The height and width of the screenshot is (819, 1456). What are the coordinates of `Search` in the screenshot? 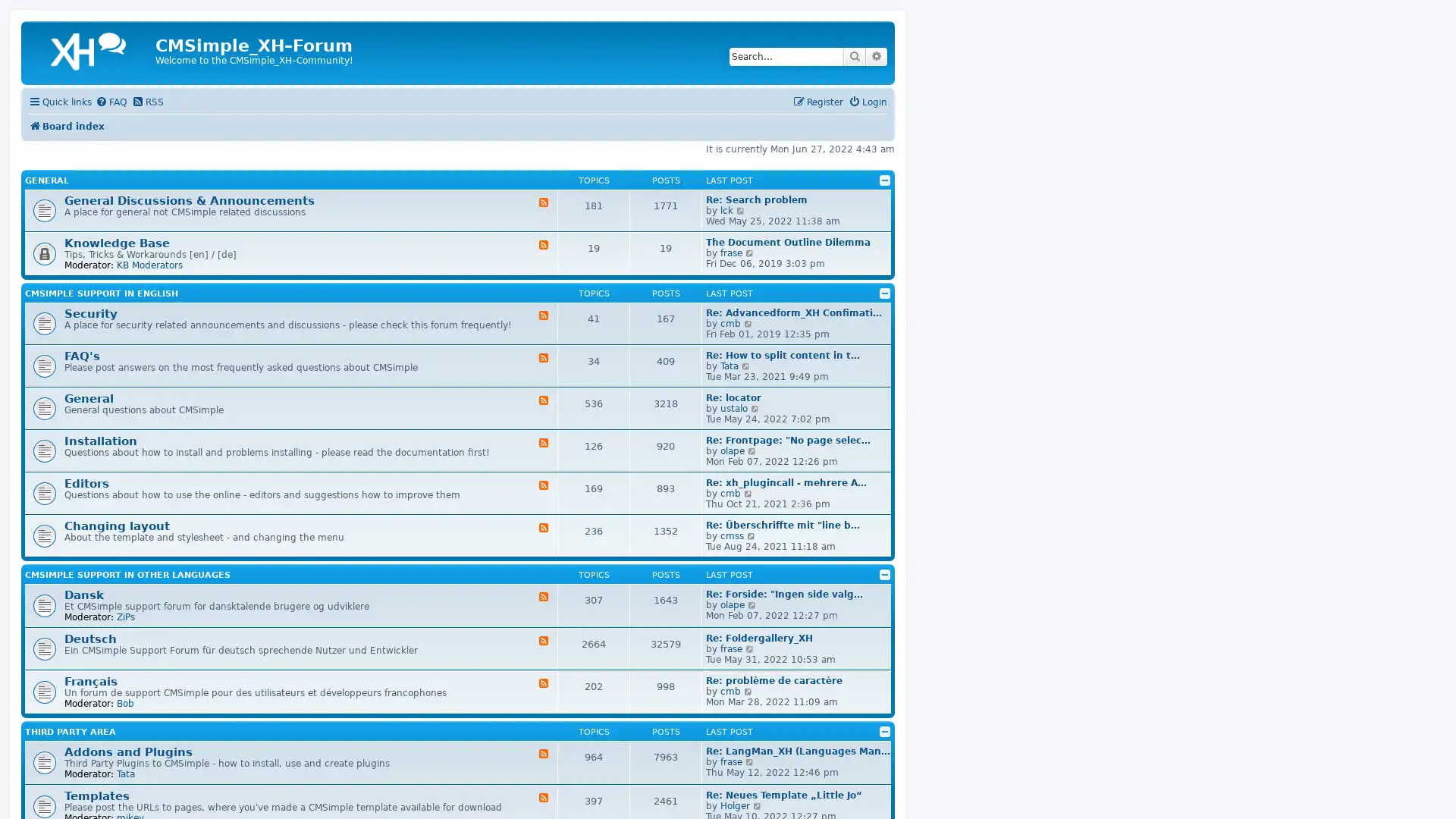 It's located at (855, 55).